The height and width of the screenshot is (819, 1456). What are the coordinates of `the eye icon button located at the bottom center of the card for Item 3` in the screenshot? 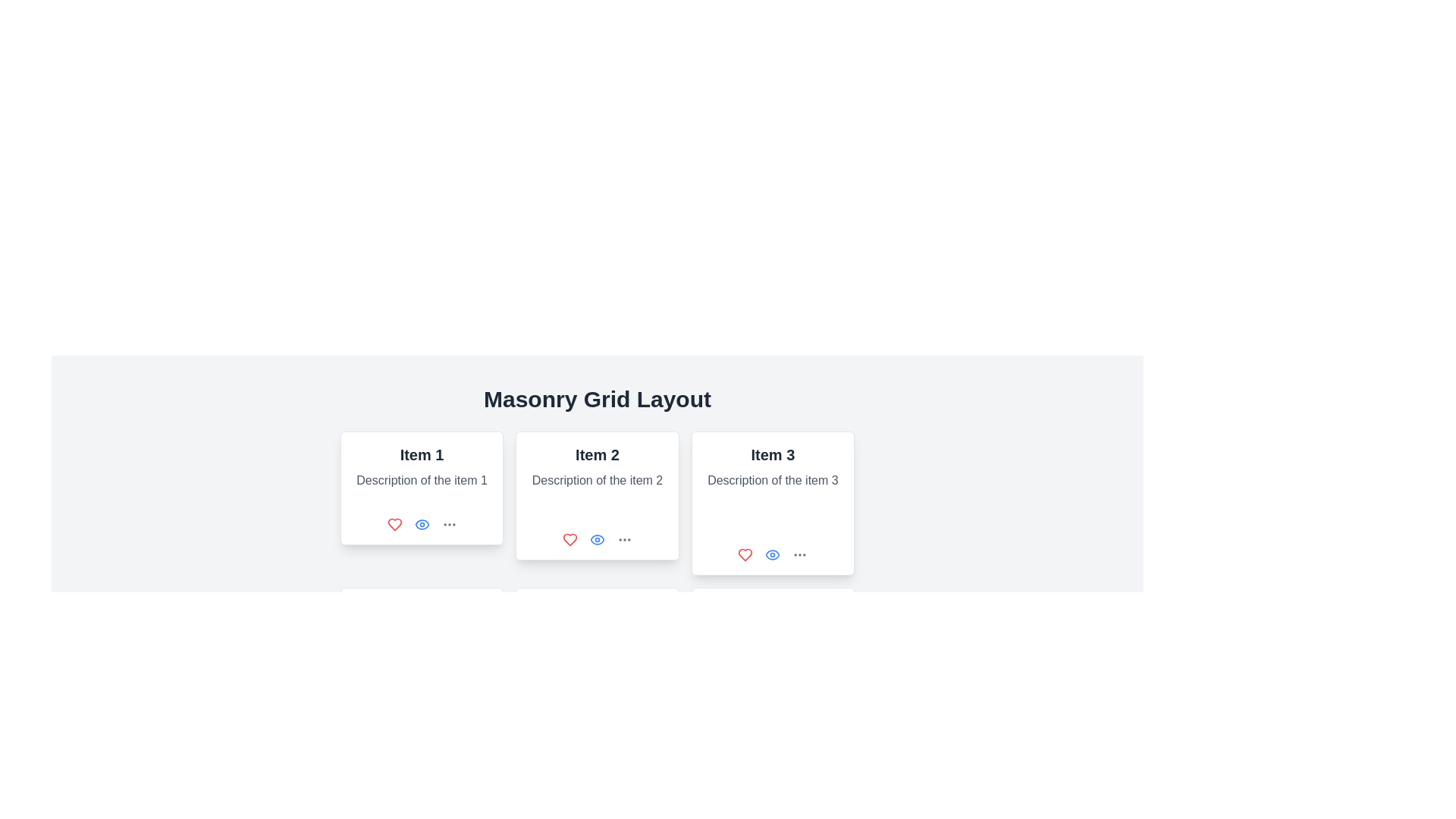 It's located at (773, 555).